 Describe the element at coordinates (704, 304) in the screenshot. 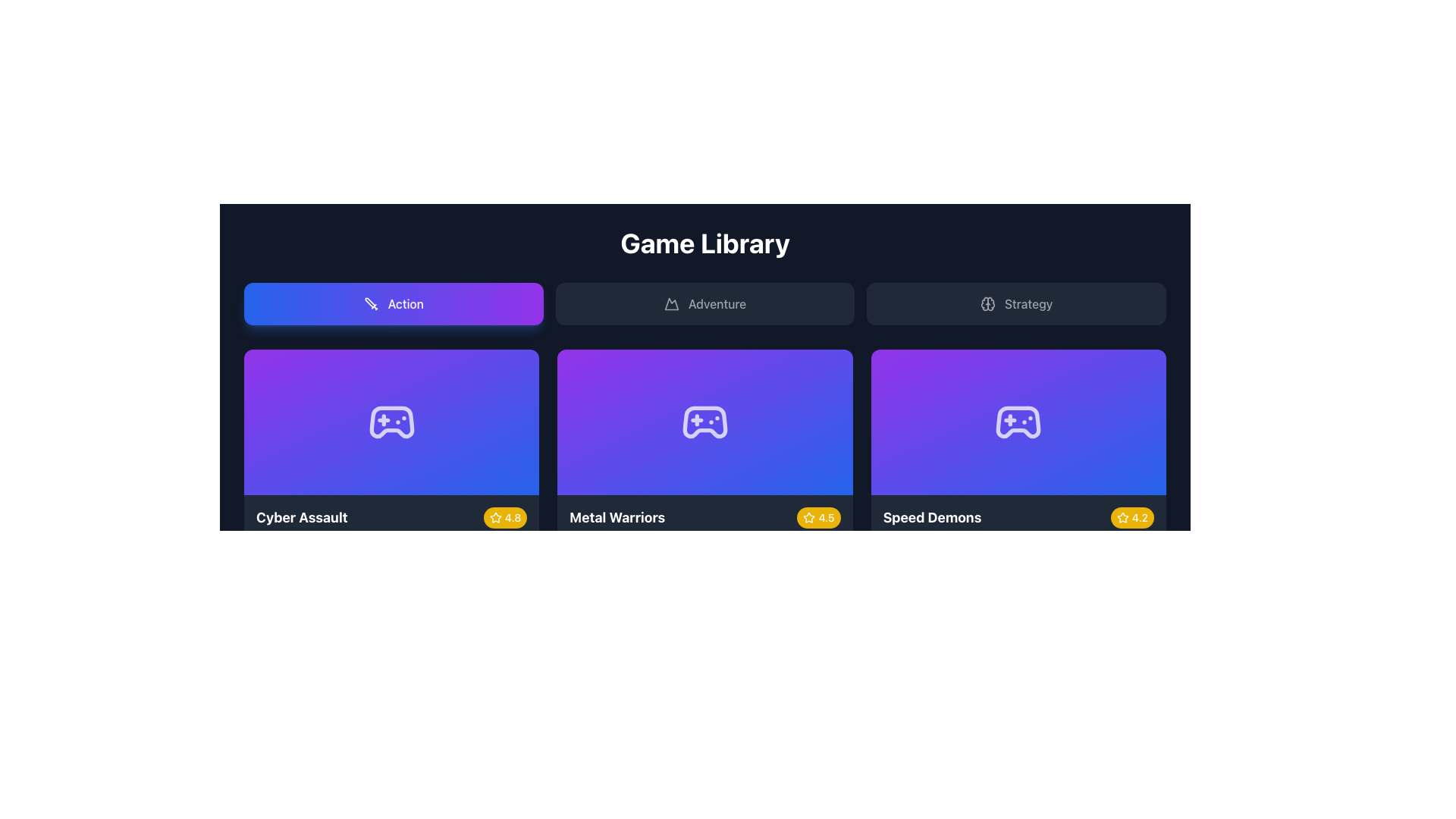

I see `the 'Adventure' button, which is a horizontally rectangular button with a mountain icon and dark gray background in the navigation bar` at that location.